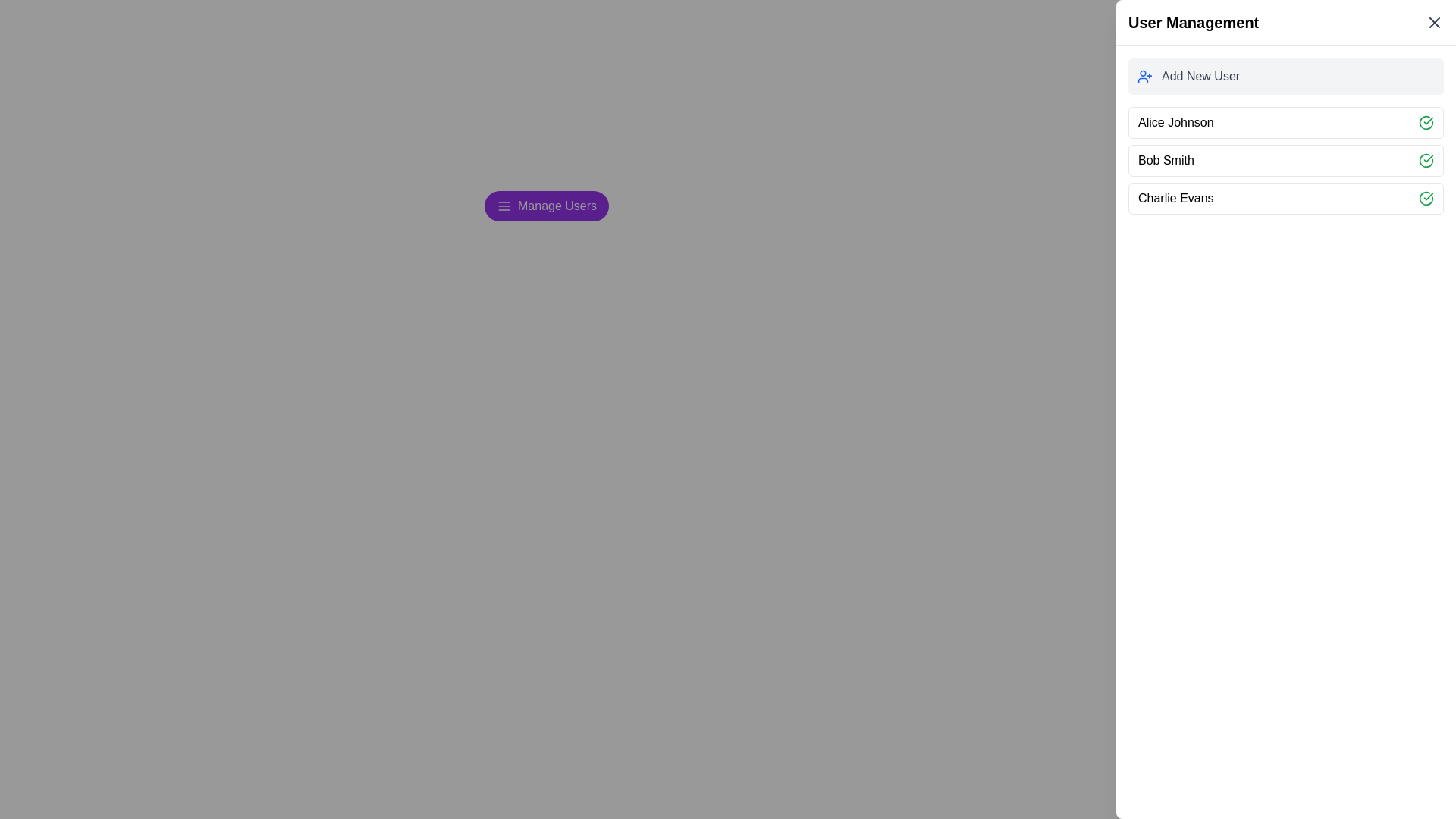 This screenshot has height=819, width=1456. What do you see at coordinates (1285, 198) in the screenshot?
I see `the list item displaying the user's name 'Charlie Evans'` at bounding box center [1285, 198].